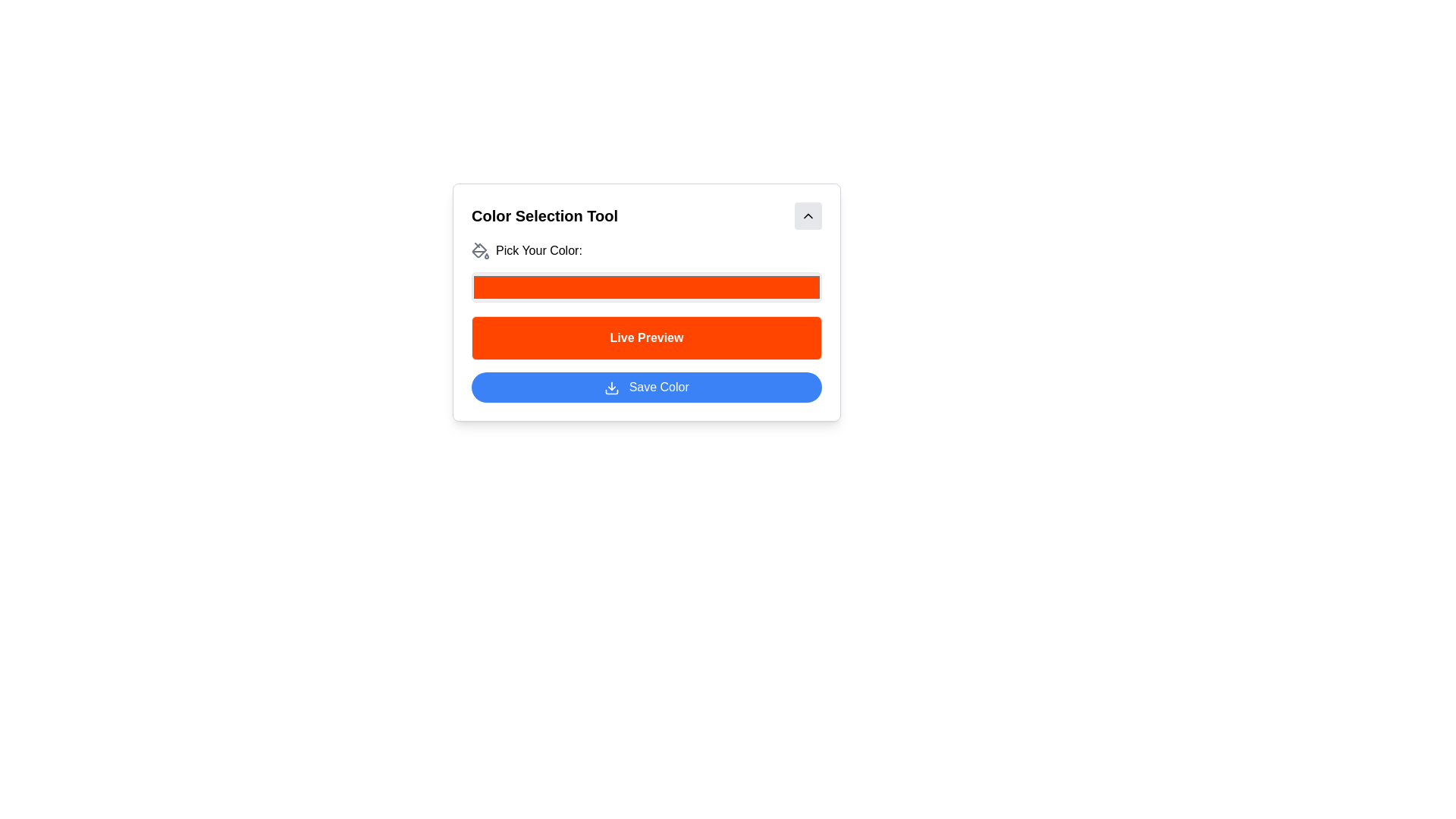 Image resolution: width=1456 pixels, height=819 pixels. I want to click on the paint bucket icon with a droplet, located next to the text 'Pick Your Color:' in the 'Color Selection Tool' interface, so click(479, 250).